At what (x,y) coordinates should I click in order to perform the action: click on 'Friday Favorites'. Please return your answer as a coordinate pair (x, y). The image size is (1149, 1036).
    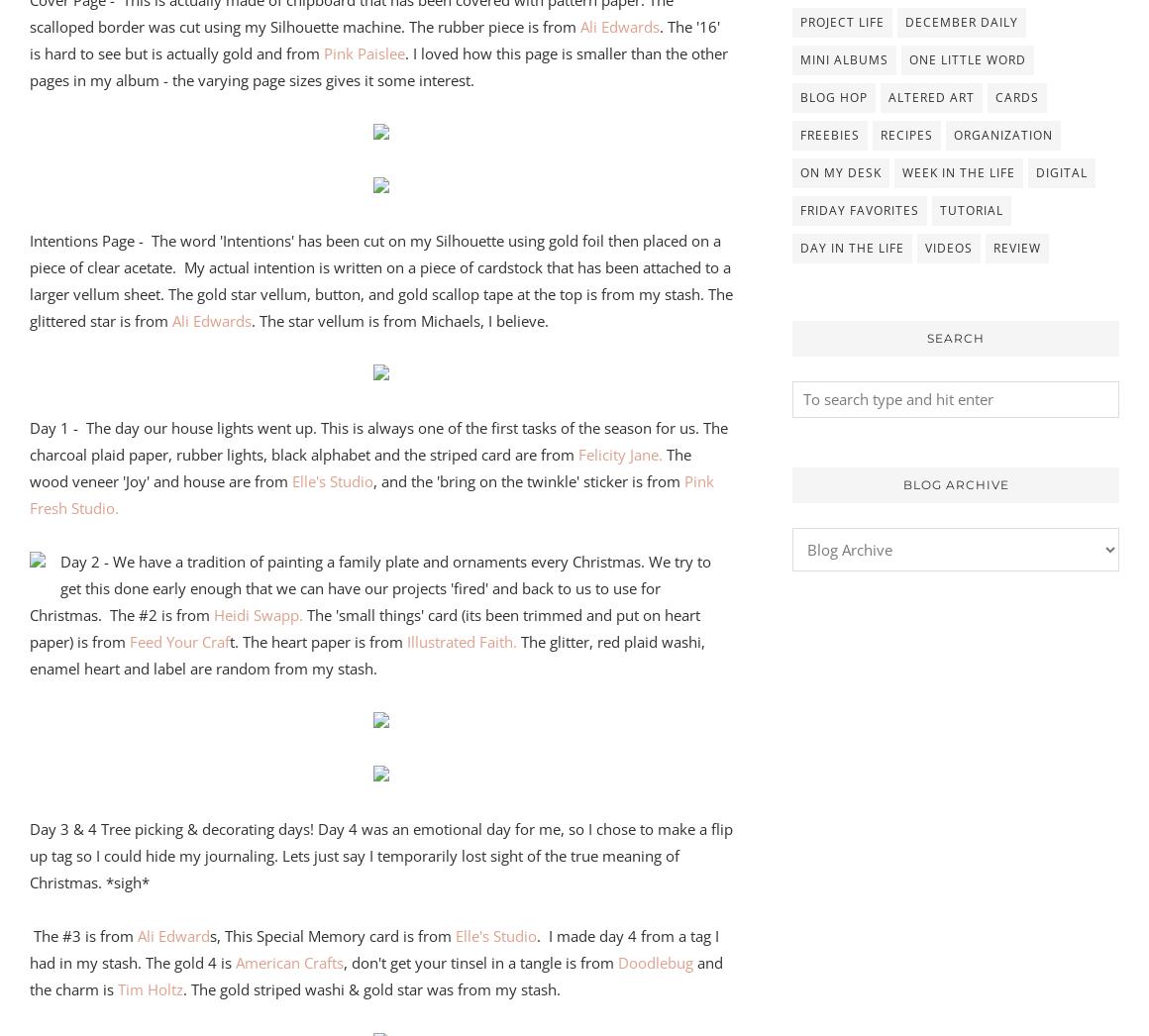
    Looking at the image, I should click on (860, 208).